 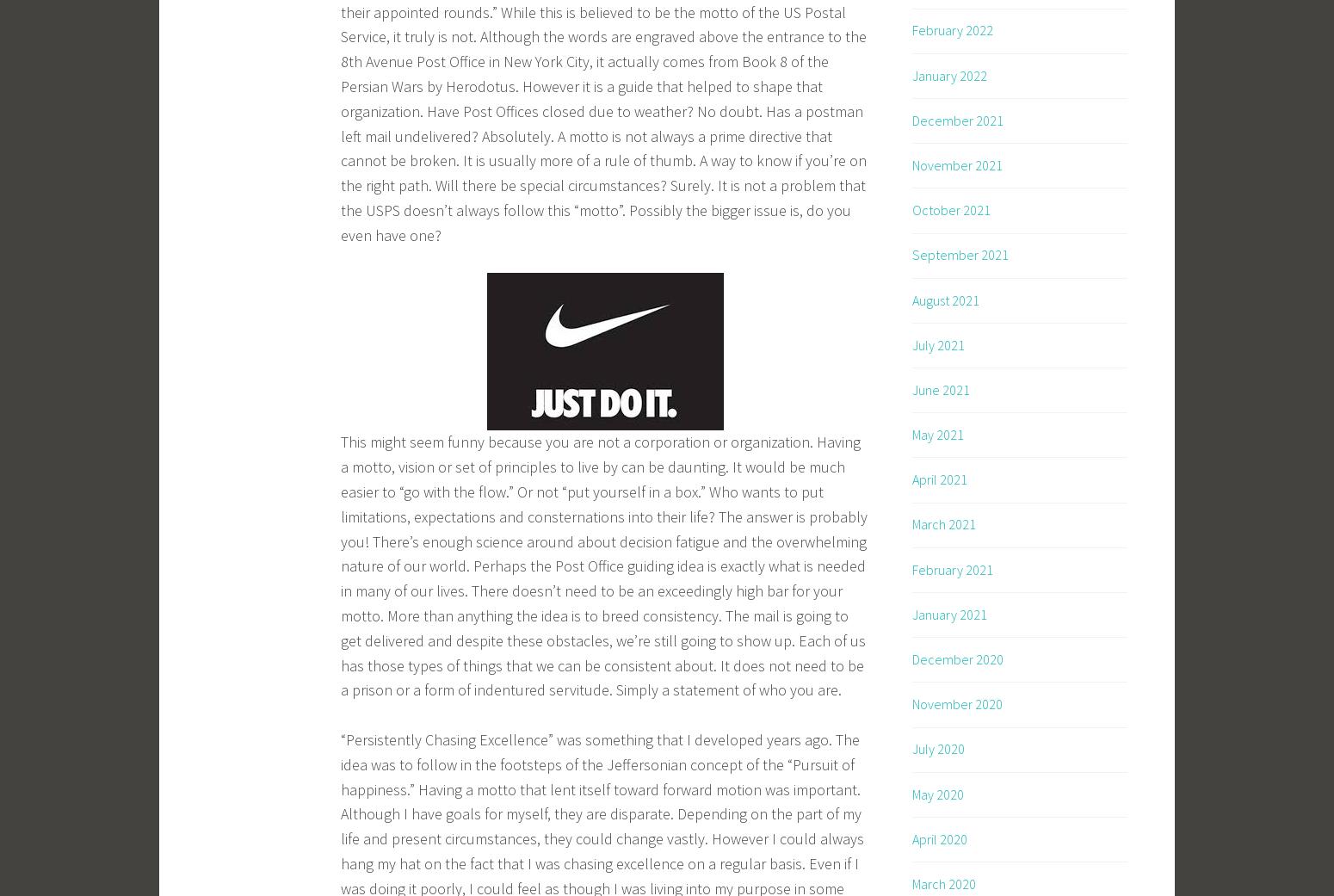 I want to click on 'April 2021', so click(x=938, y=479).